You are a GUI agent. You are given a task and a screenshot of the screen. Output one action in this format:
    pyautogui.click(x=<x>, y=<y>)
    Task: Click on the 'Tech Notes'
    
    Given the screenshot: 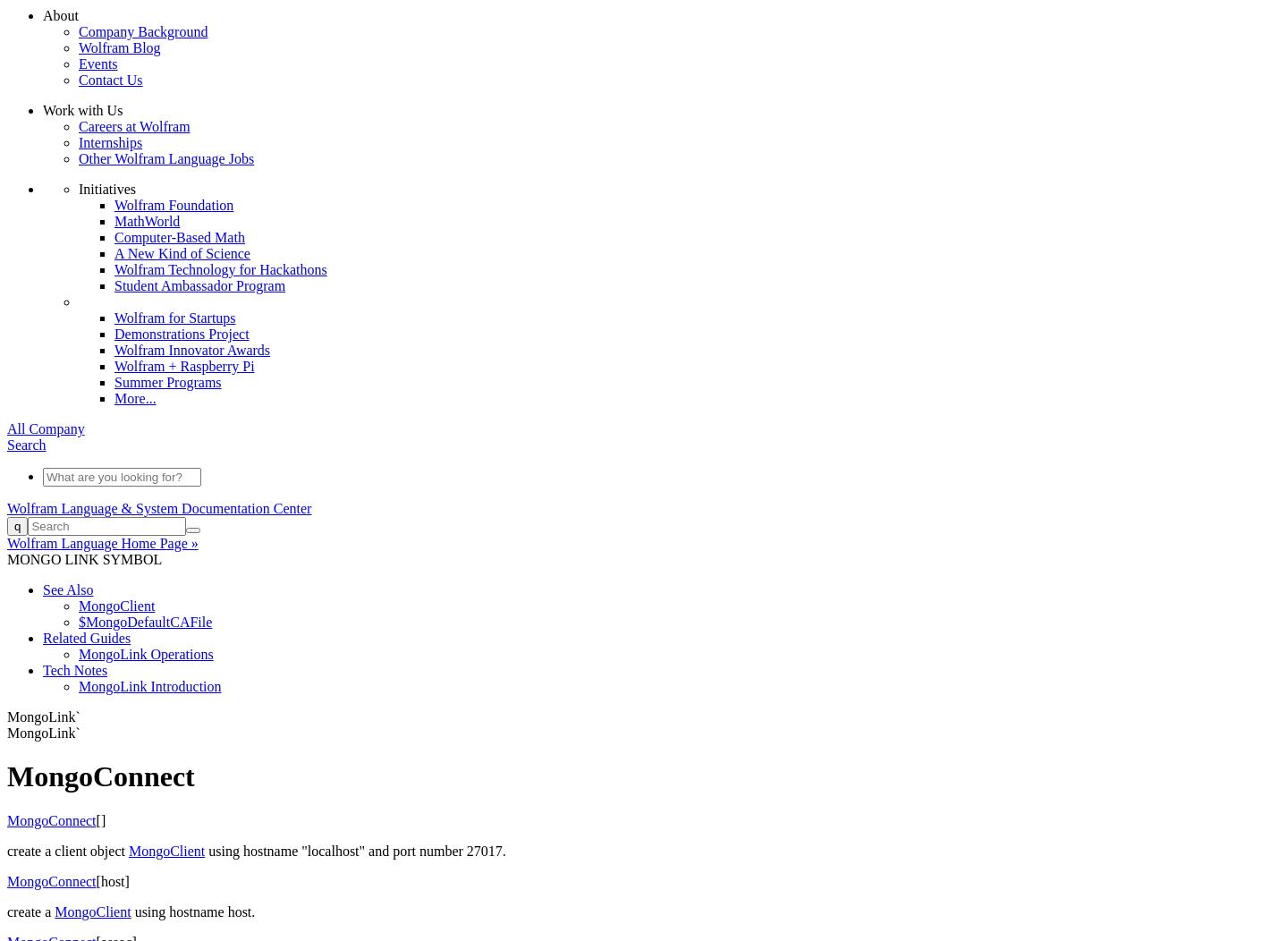 What is the action you would take?
    pyautogui.click(x=74, y=668)
    